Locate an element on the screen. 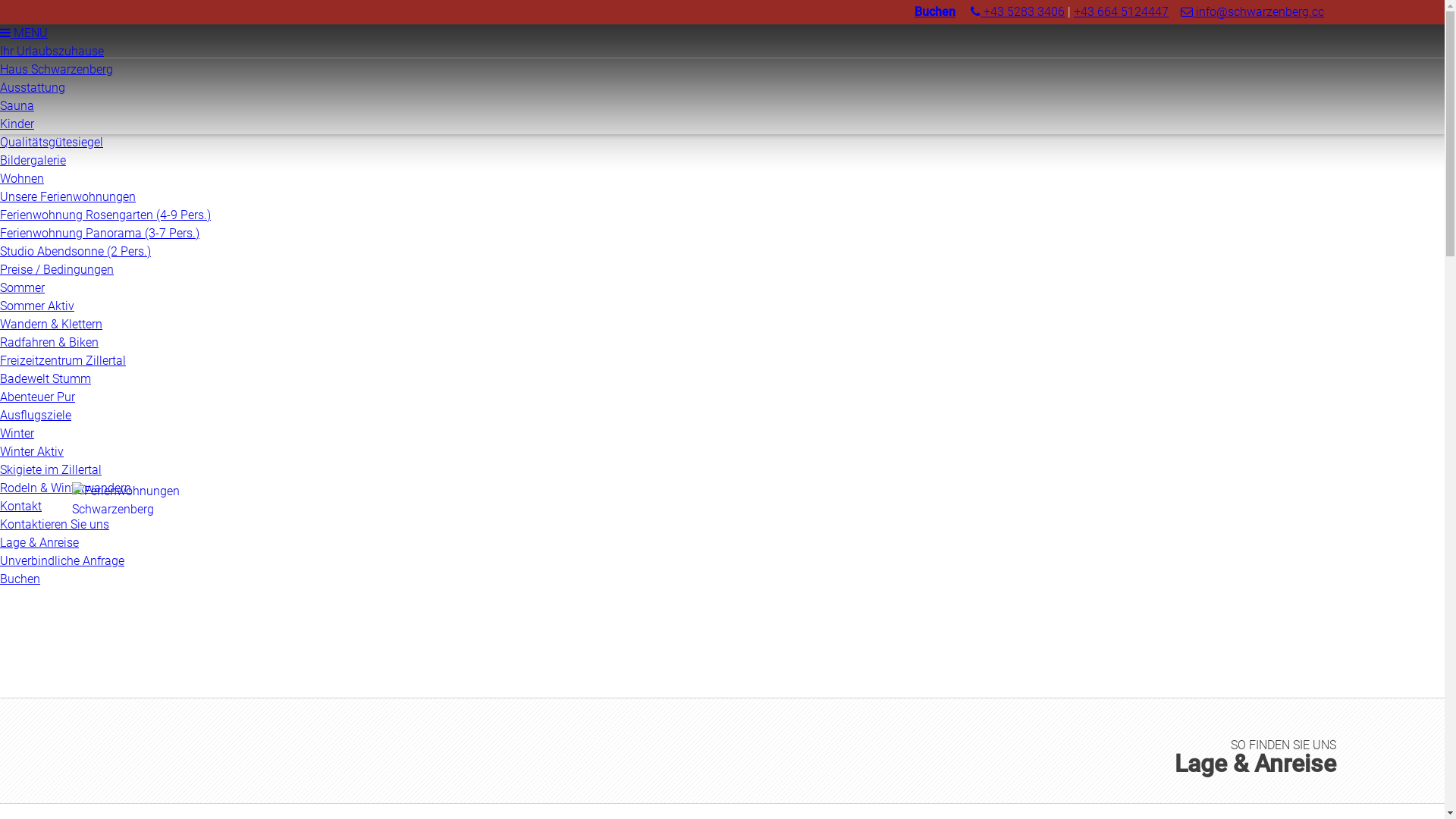 Image resolution: width=1456 pixels, height=819 pixels. 'Preise / Bedingungen' is located at coordinates (57, 268).